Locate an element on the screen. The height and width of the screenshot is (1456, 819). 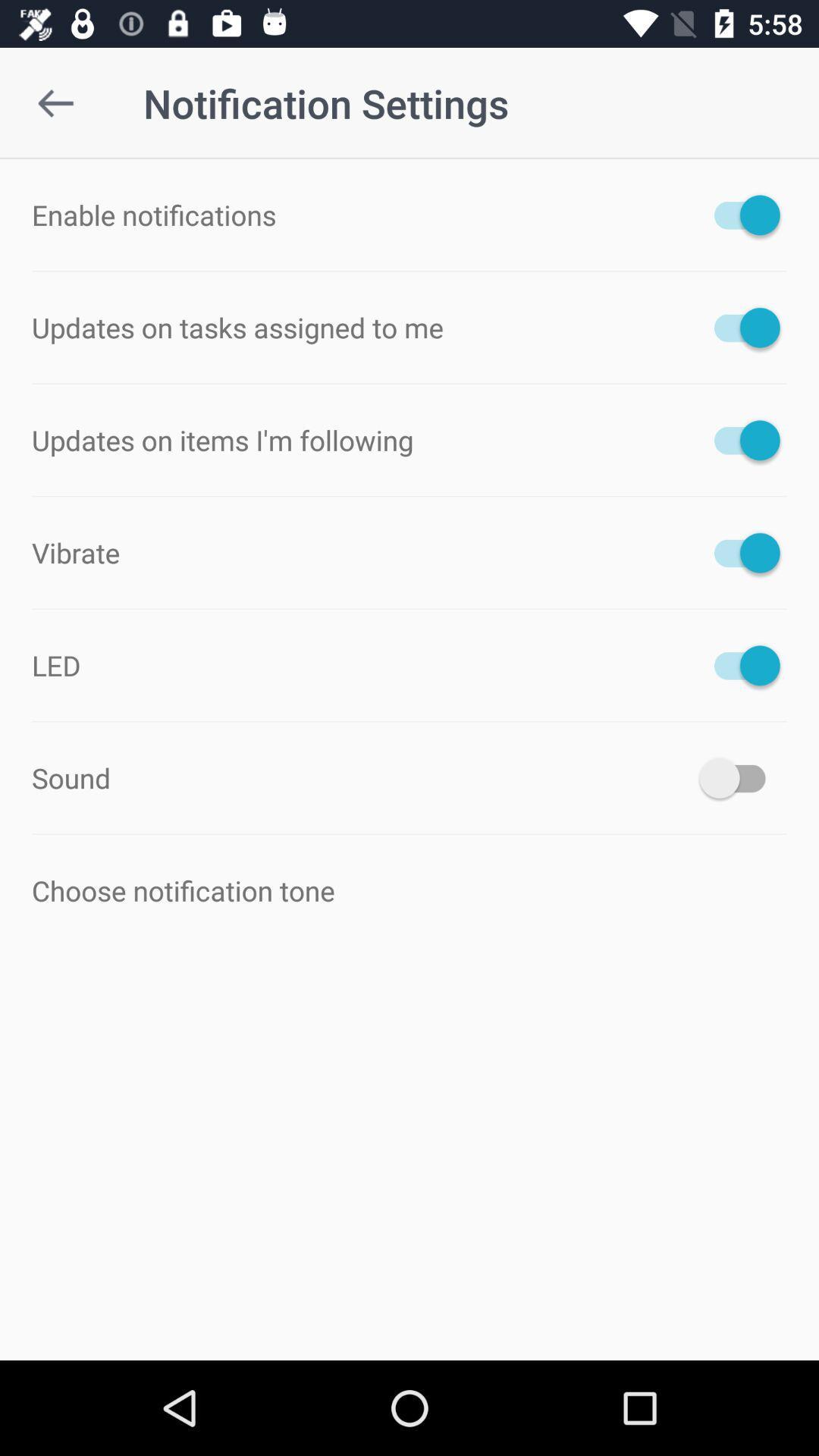
the button is used to notification is on is located at coordinates (739, 214).